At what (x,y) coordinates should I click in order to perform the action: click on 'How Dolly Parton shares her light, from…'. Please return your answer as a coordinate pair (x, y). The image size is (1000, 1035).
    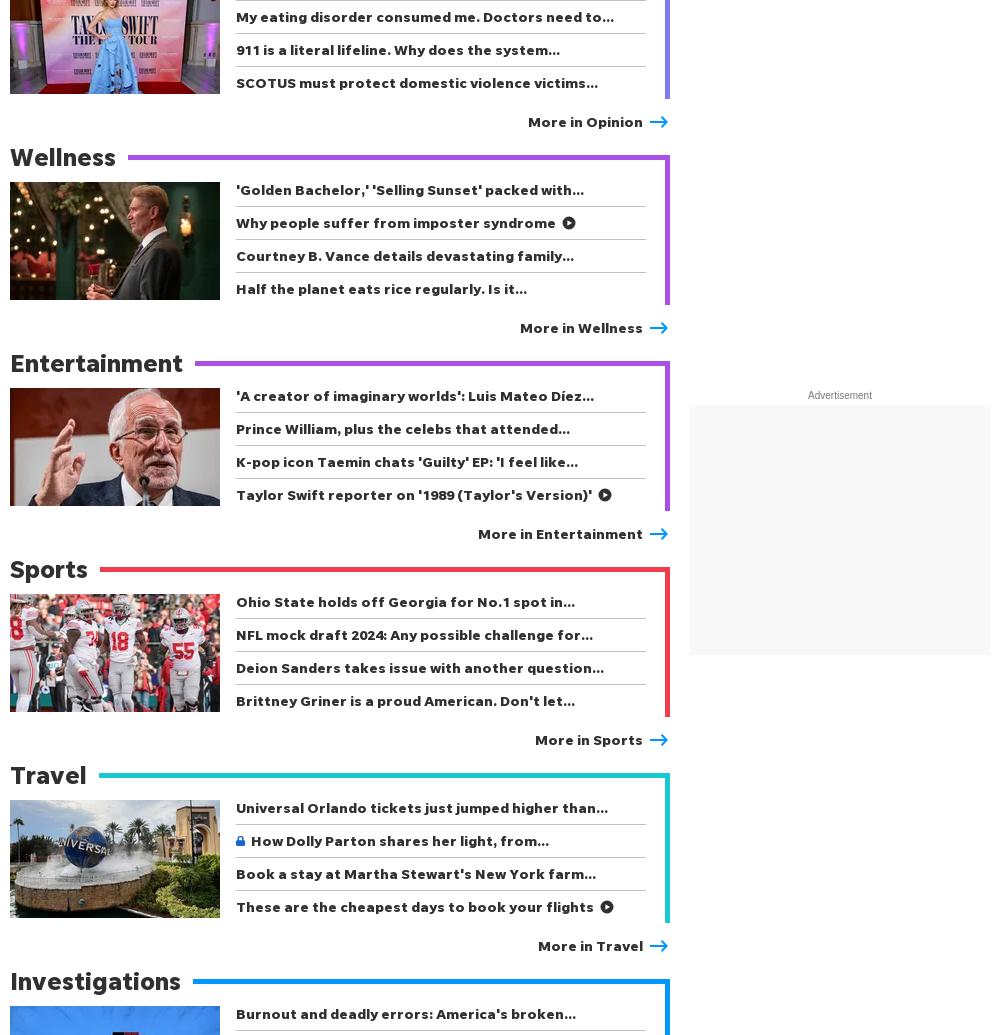
    Looking at the image, I should click on (400, 839).